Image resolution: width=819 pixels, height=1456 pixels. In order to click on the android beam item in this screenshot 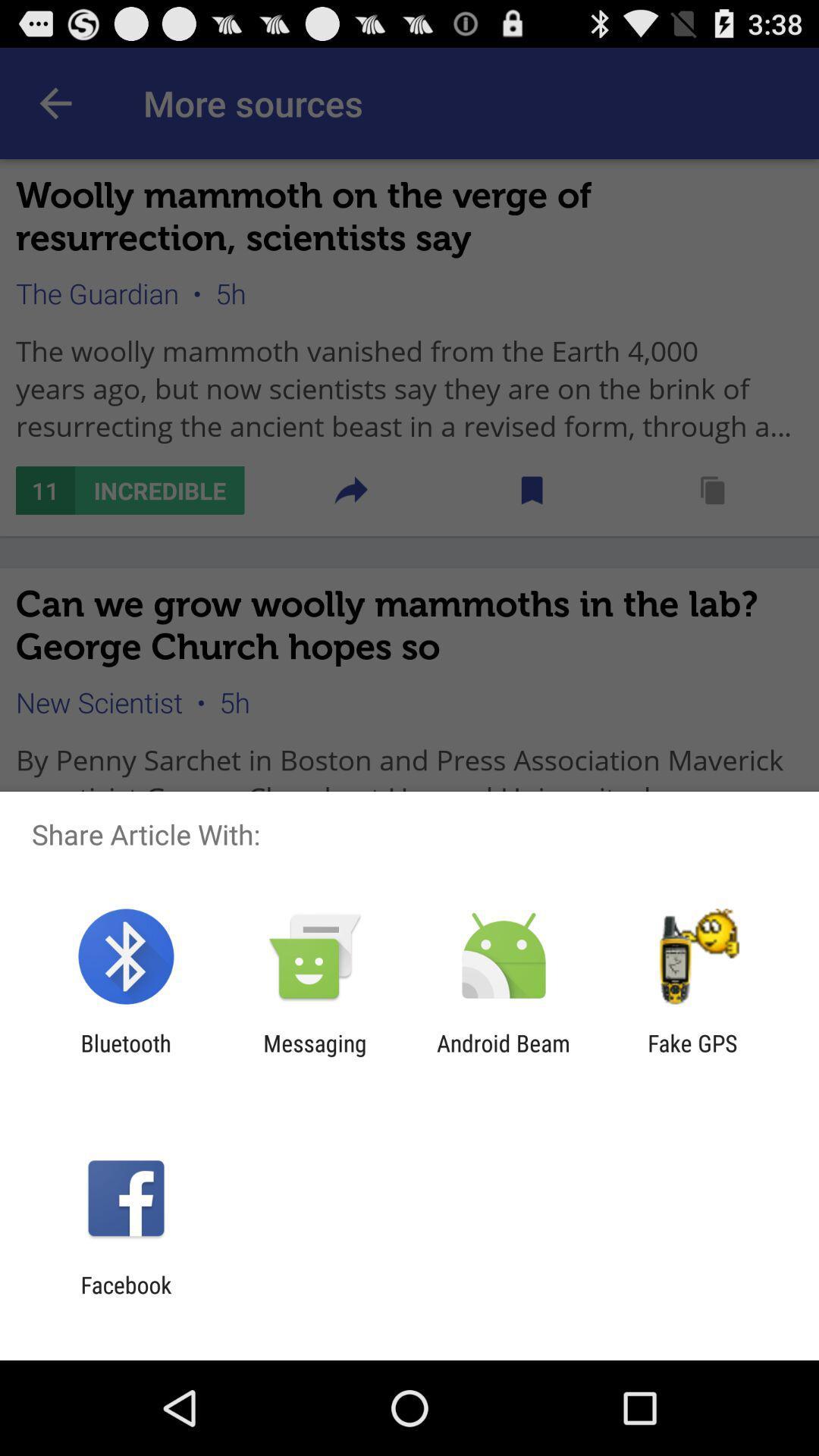, I will do `click(504, 1056)`.